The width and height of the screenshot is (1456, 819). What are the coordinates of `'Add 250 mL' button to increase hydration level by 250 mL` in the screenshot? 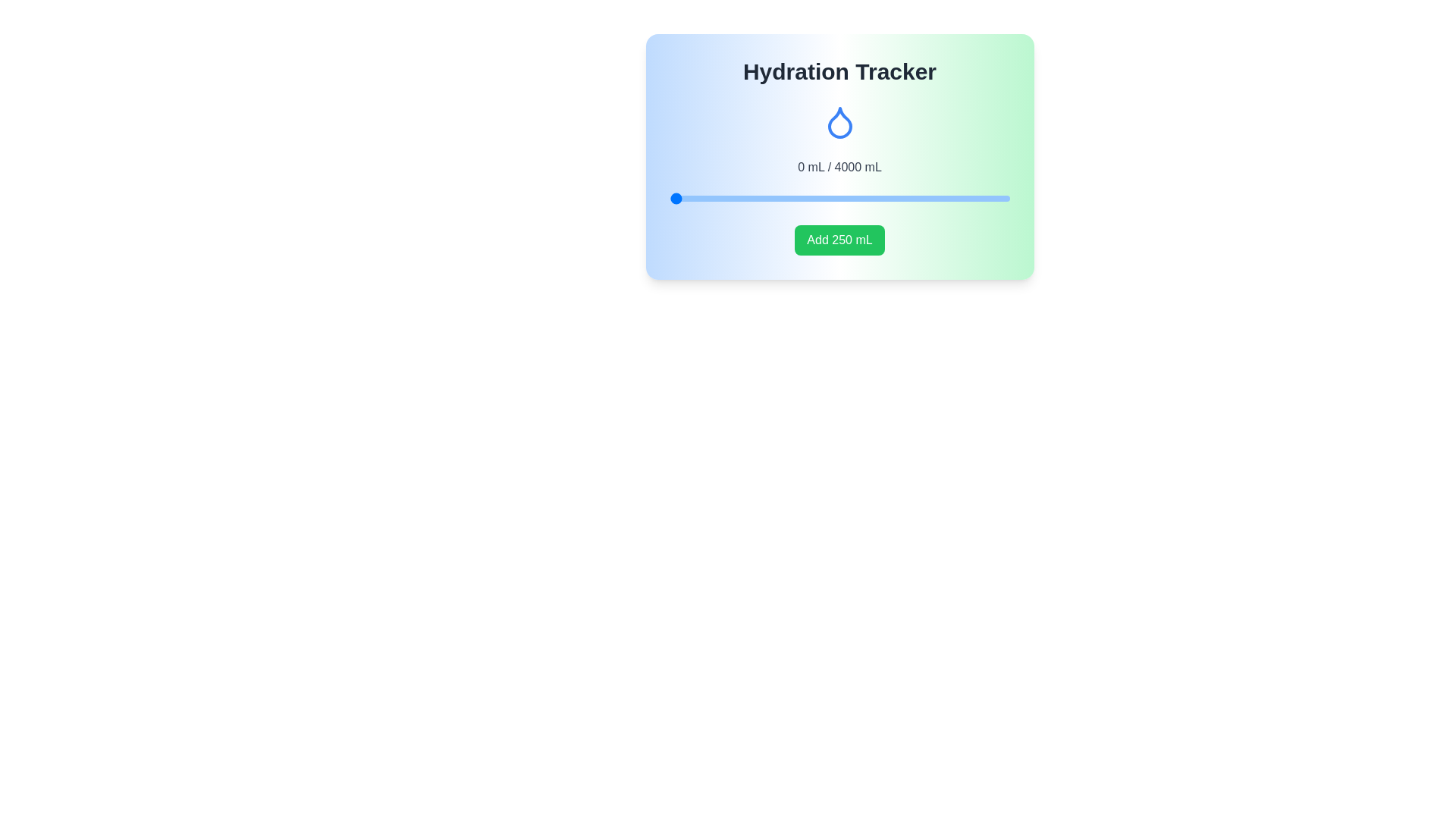 It's located at (839, 239).